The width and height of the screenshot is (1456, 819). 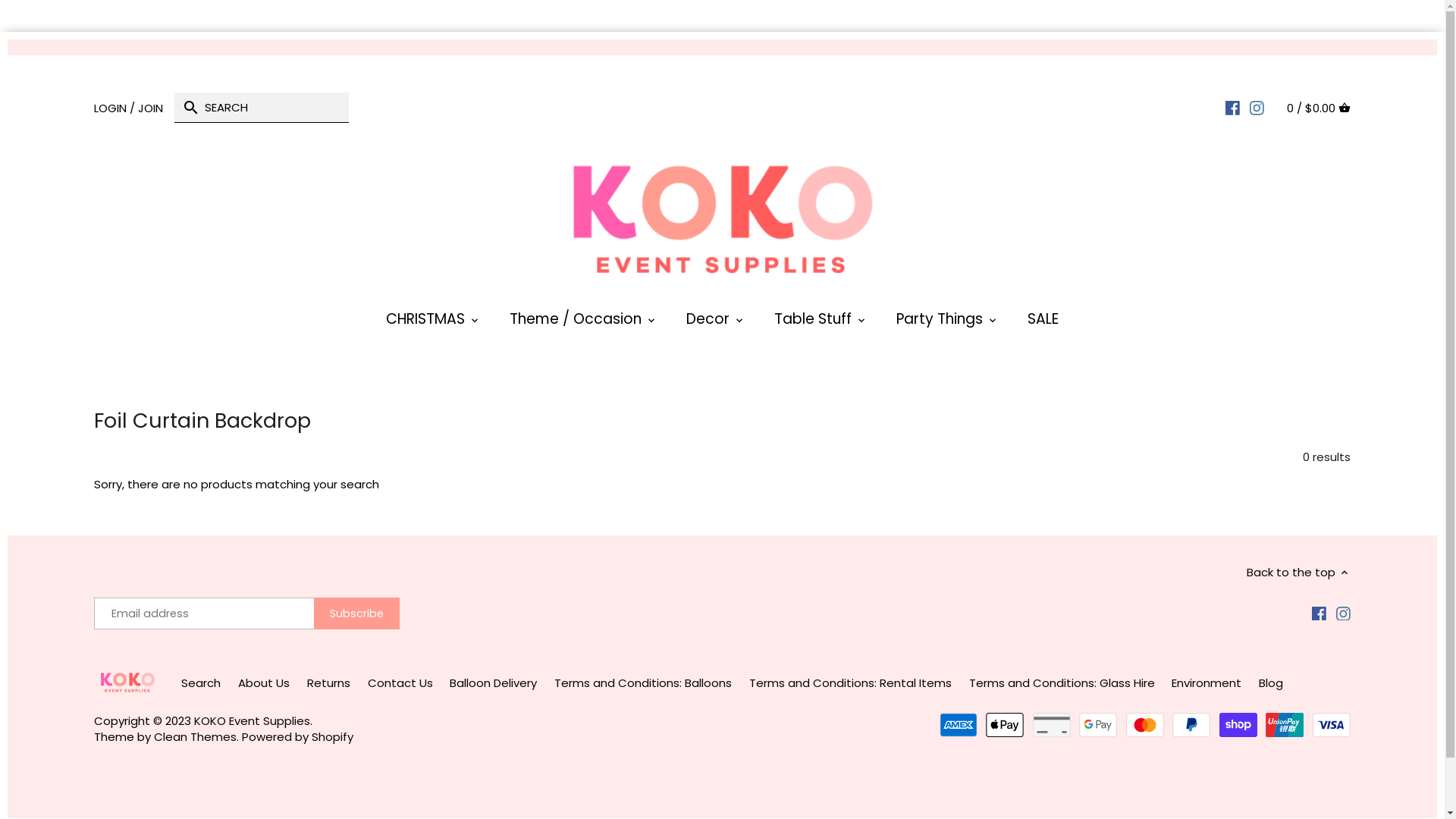 I want to click on 'Clean Themes', so click(x=194, y=736).